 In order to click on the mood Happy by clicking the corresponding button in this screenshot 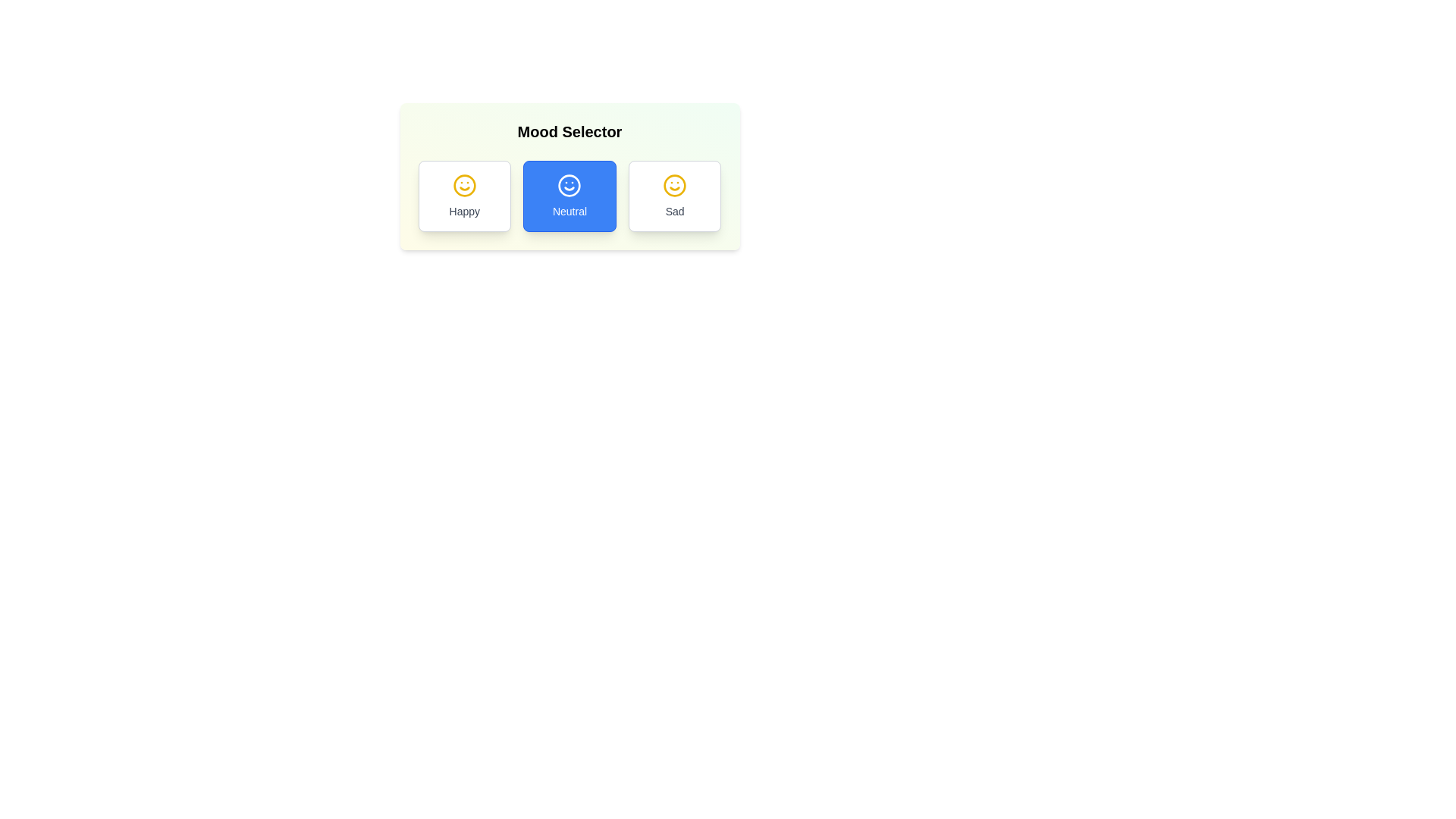, I will do `click(463, 195)`.